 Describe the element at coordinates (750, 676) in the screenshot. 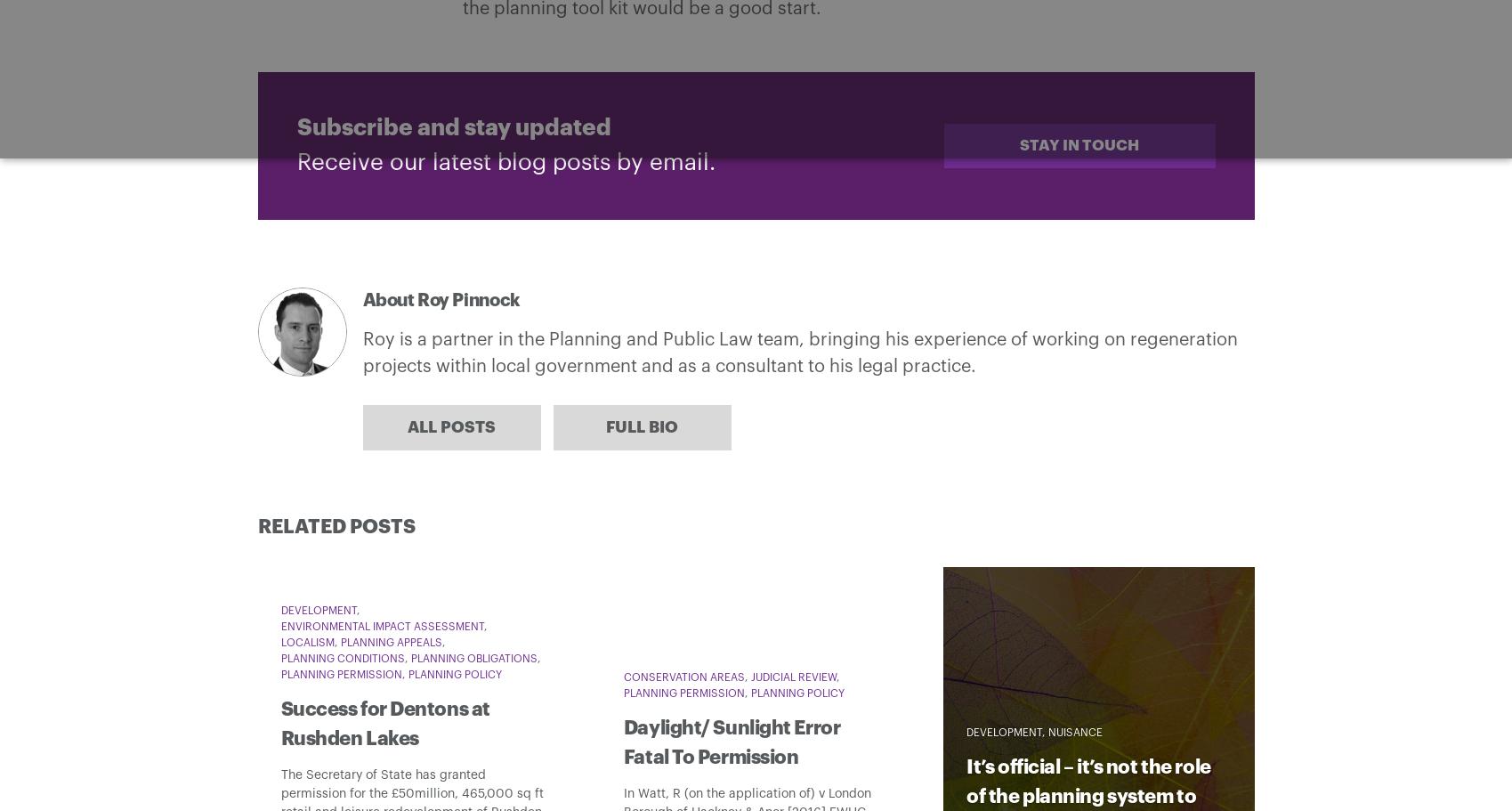

I see `'Judicial Review'` at that location.